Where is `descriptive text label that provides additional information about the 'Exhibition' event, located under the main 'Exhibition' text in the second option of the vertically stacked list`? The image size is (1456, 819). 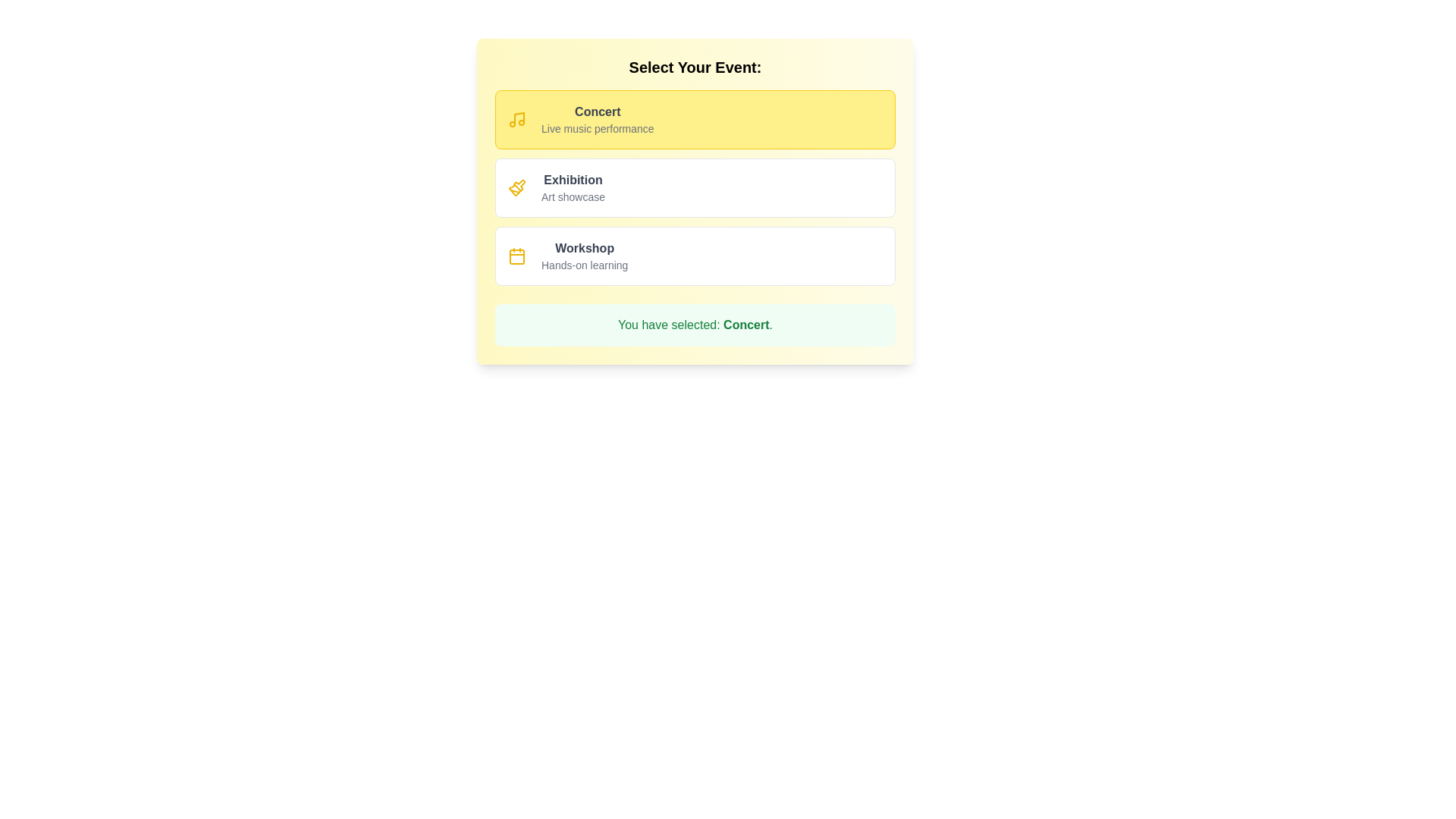 descriptive text label that provides additional information about the 'Exhibition' event, located under the main 'Exhibition' text in the second option of the vertically stacked list is located at coordinates (573, 196).